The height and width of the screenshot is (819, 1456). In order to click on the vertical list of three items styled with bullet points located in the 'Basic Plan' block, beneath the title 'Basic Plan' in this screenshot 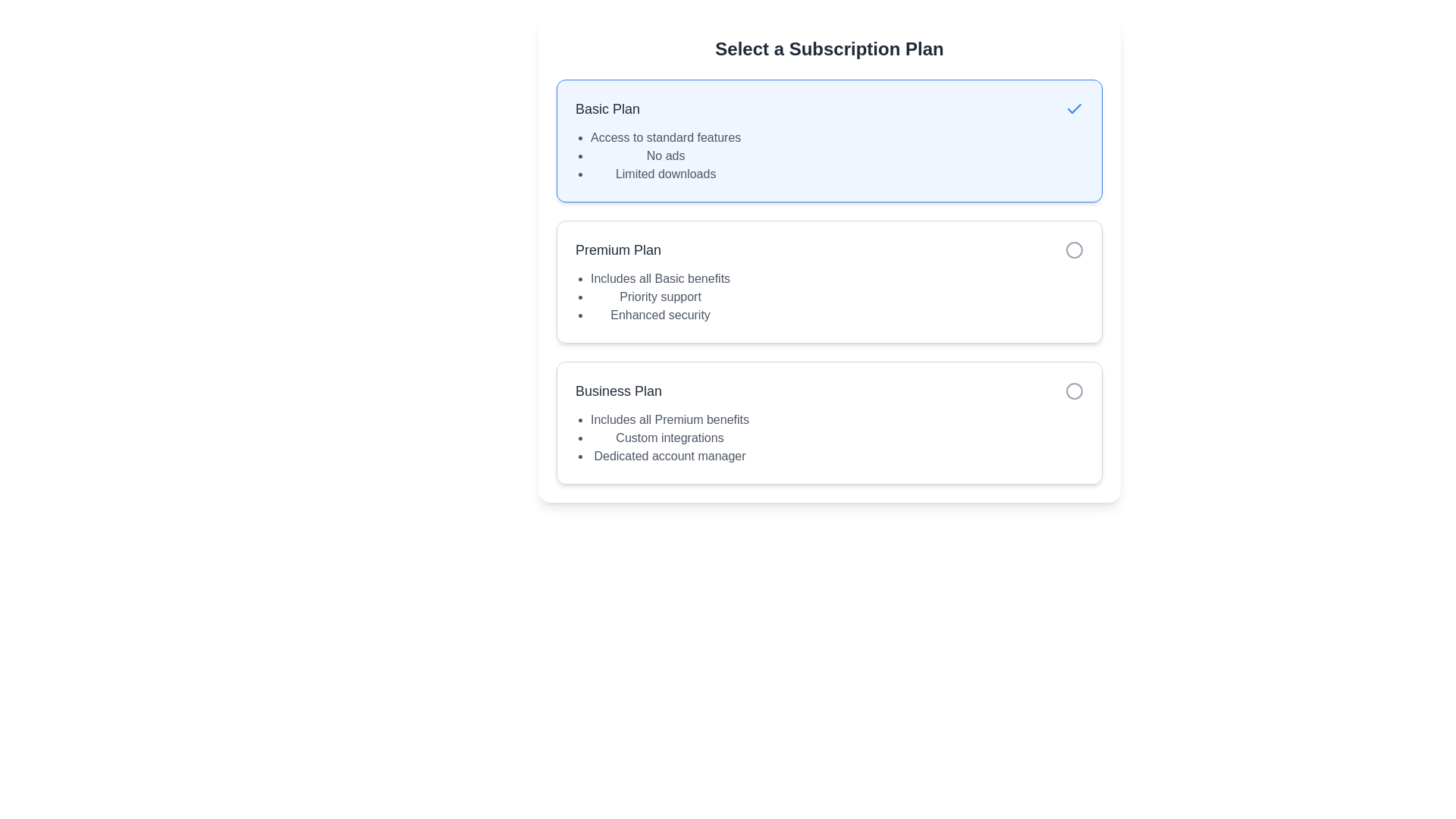, I will do `click(658, 155)`.